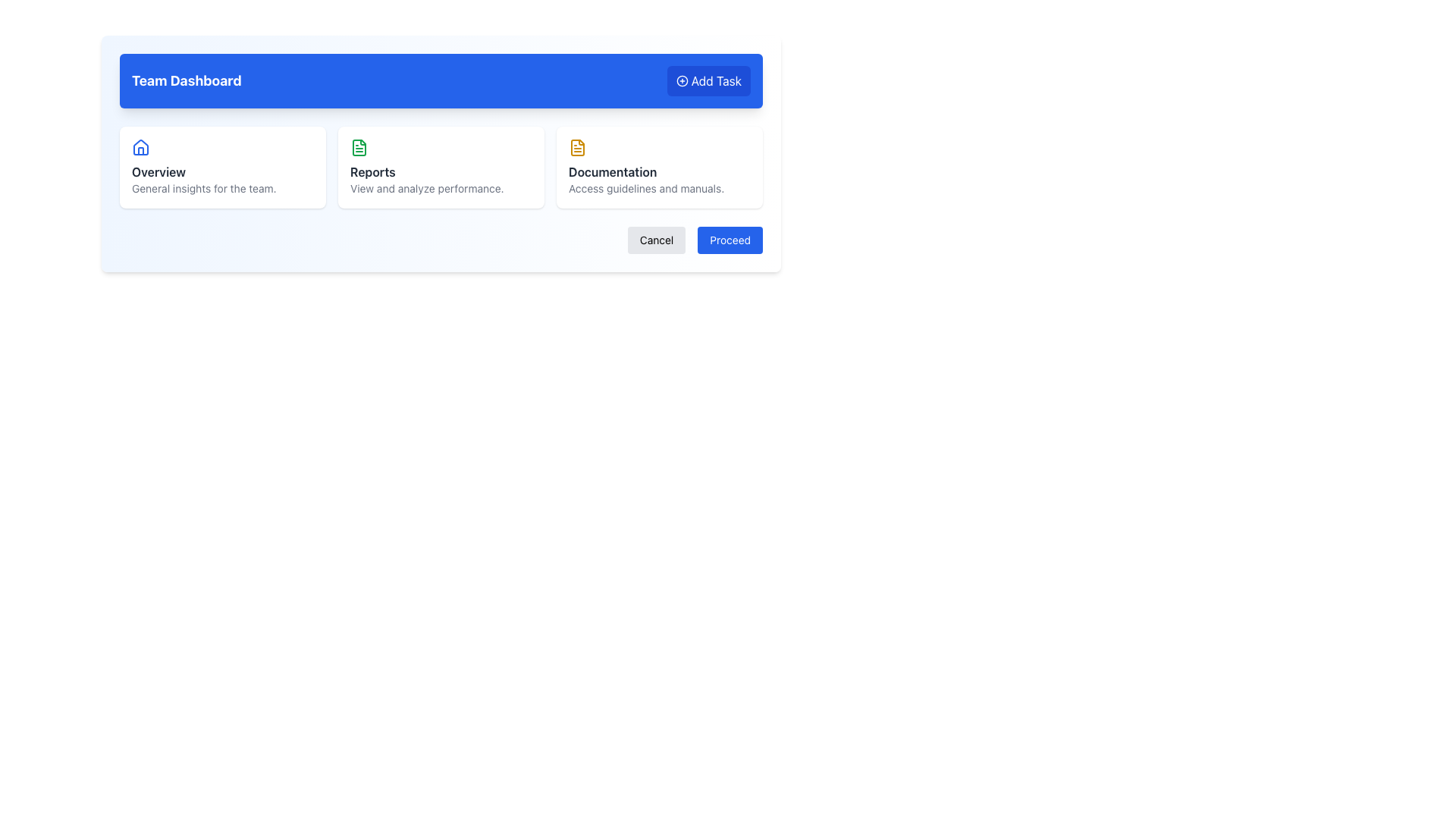 Image resolution: width=1456 pixels, height=819 pixels. What do you see at coordinates (426, 188) in the screenshot?
I see `text content of the text label displaying 'View and analyze performance.' located below the 'Reports' heading in the second card of the horizontal trio` at bounding box center [426, 188].